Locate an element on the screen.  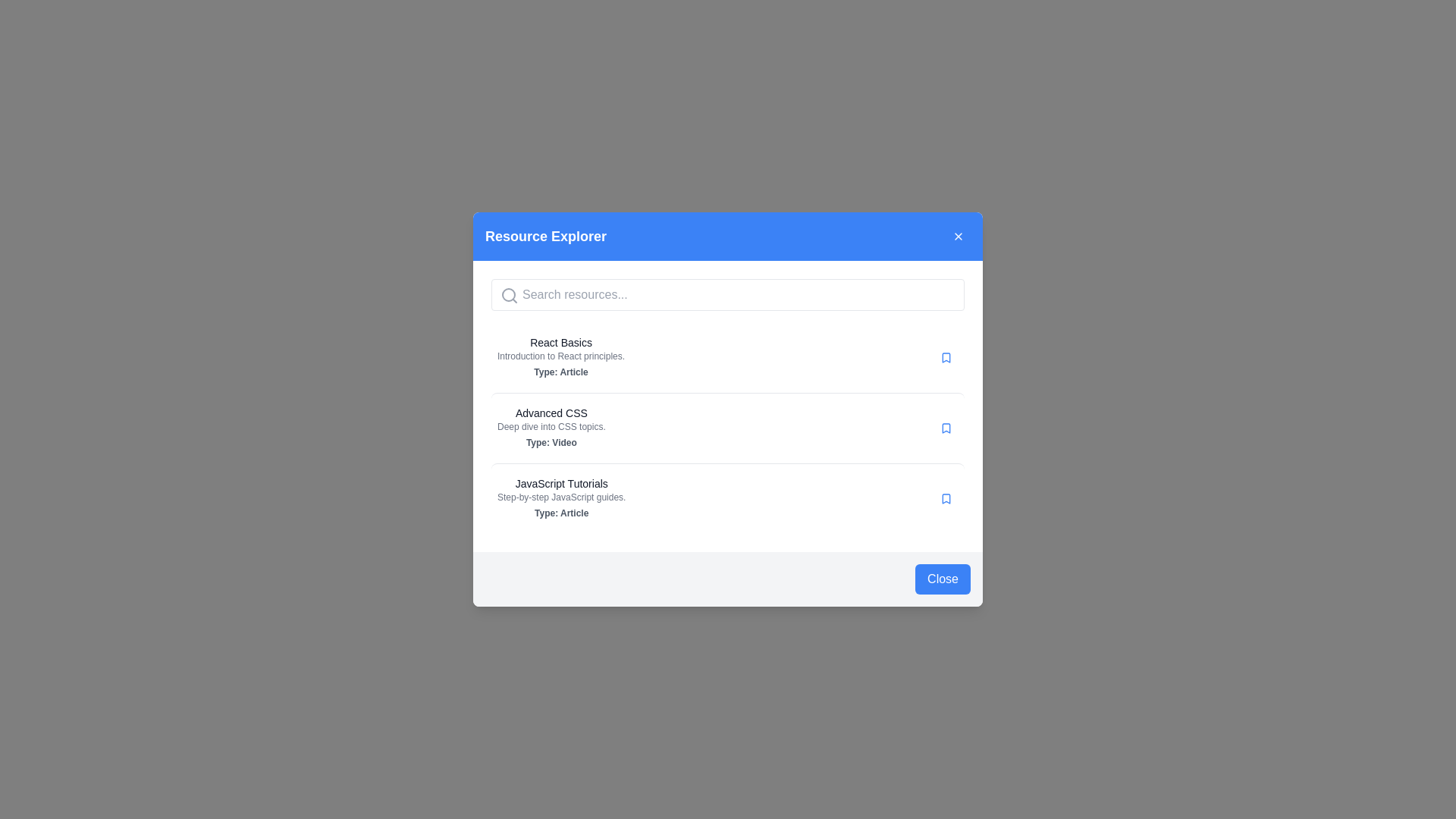
textual content of the first Text block in the vertically stacked list of resources, which includes its title, subtitle, and tag for understanding the resource details is located at coordinates (560, 357).